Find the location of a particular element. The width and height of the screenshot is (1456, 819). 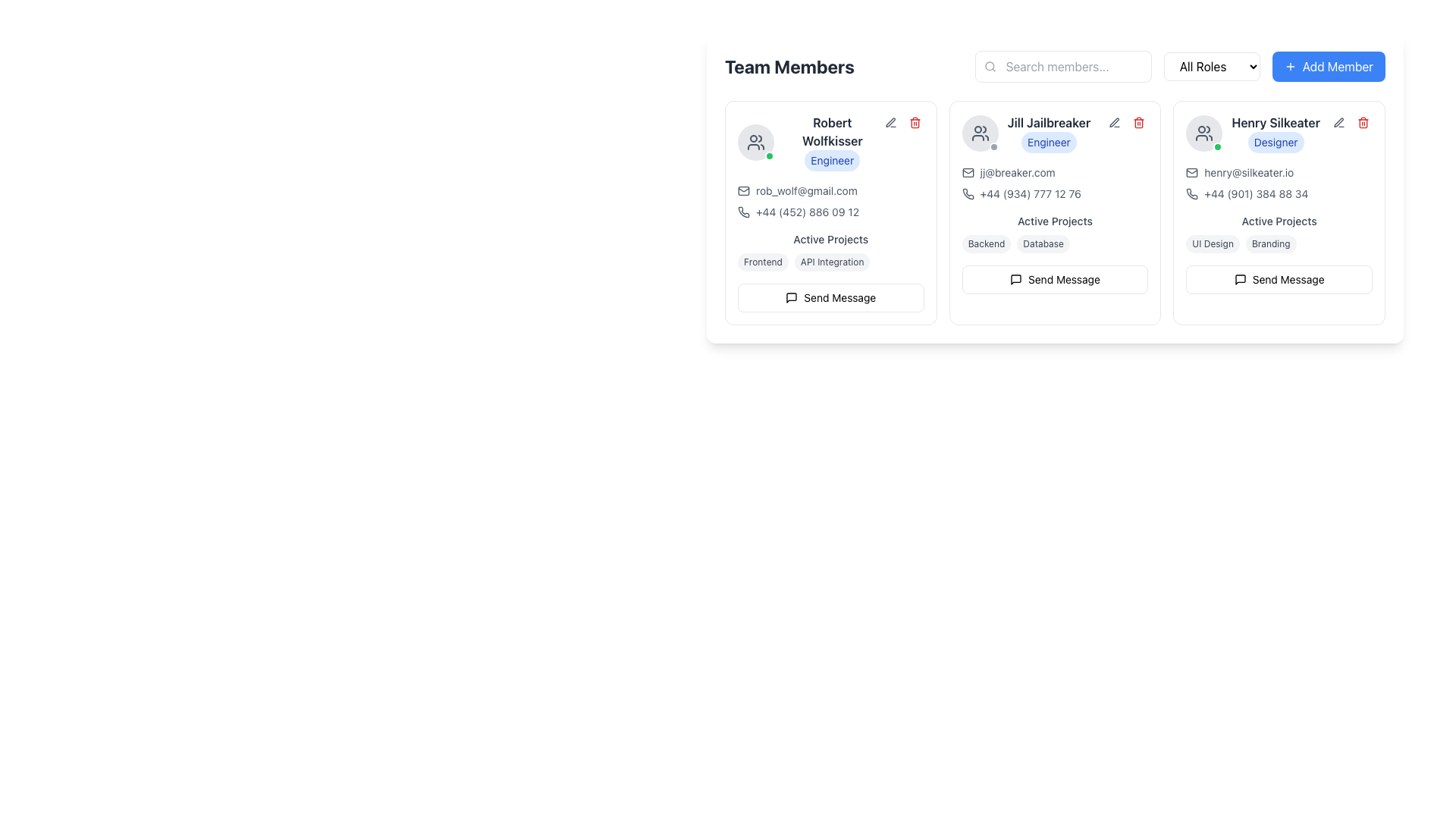

the icon button for initiating a phone call or accessing additional information related to Henry Silkeater's contact details is located at coordinates (1191, 193).